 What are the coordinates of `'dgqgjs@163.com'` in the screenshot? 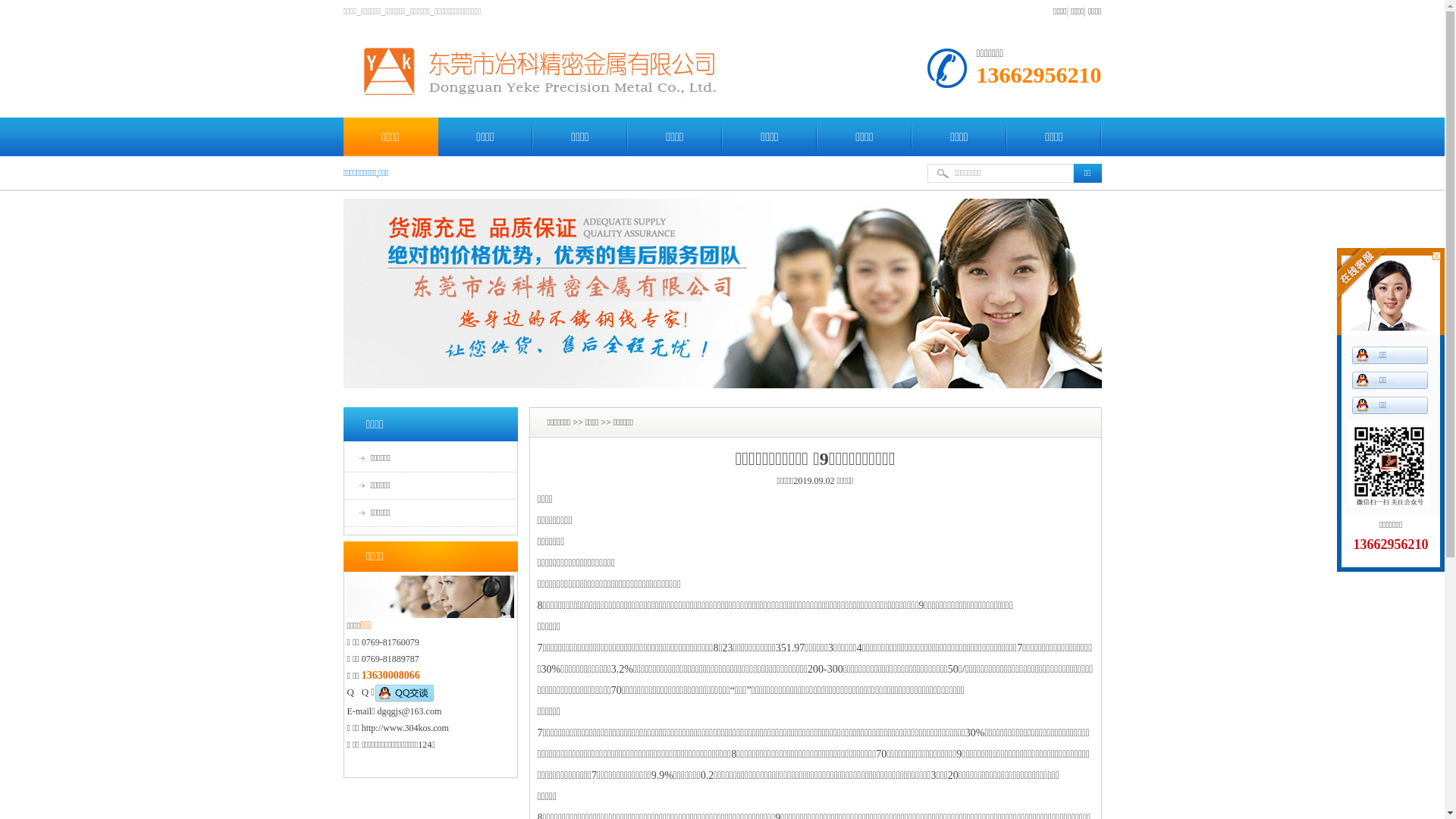 It's located at (409, 711).